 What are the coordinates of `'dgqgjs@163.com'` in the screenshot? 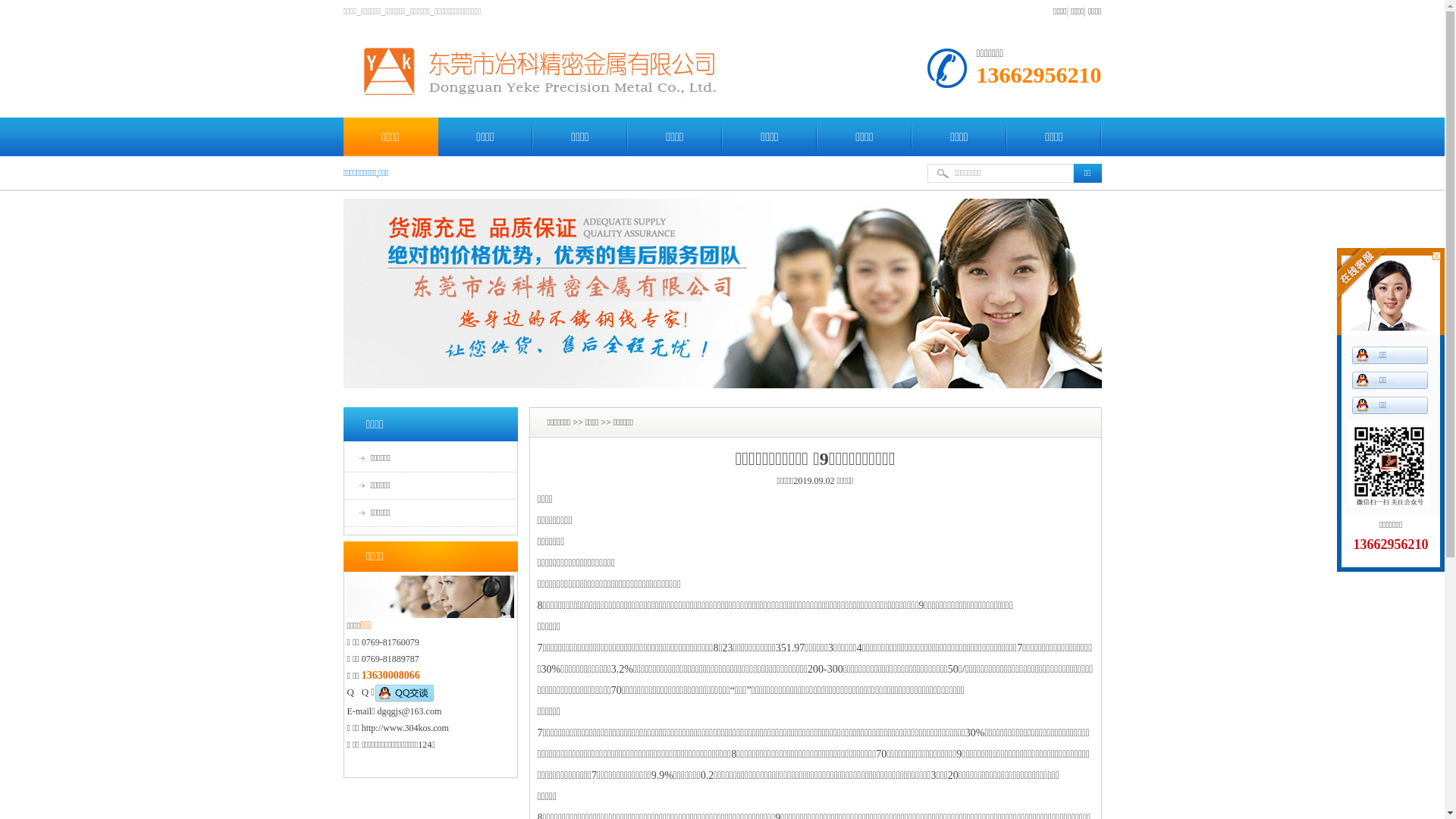 It's located at (409, 711).